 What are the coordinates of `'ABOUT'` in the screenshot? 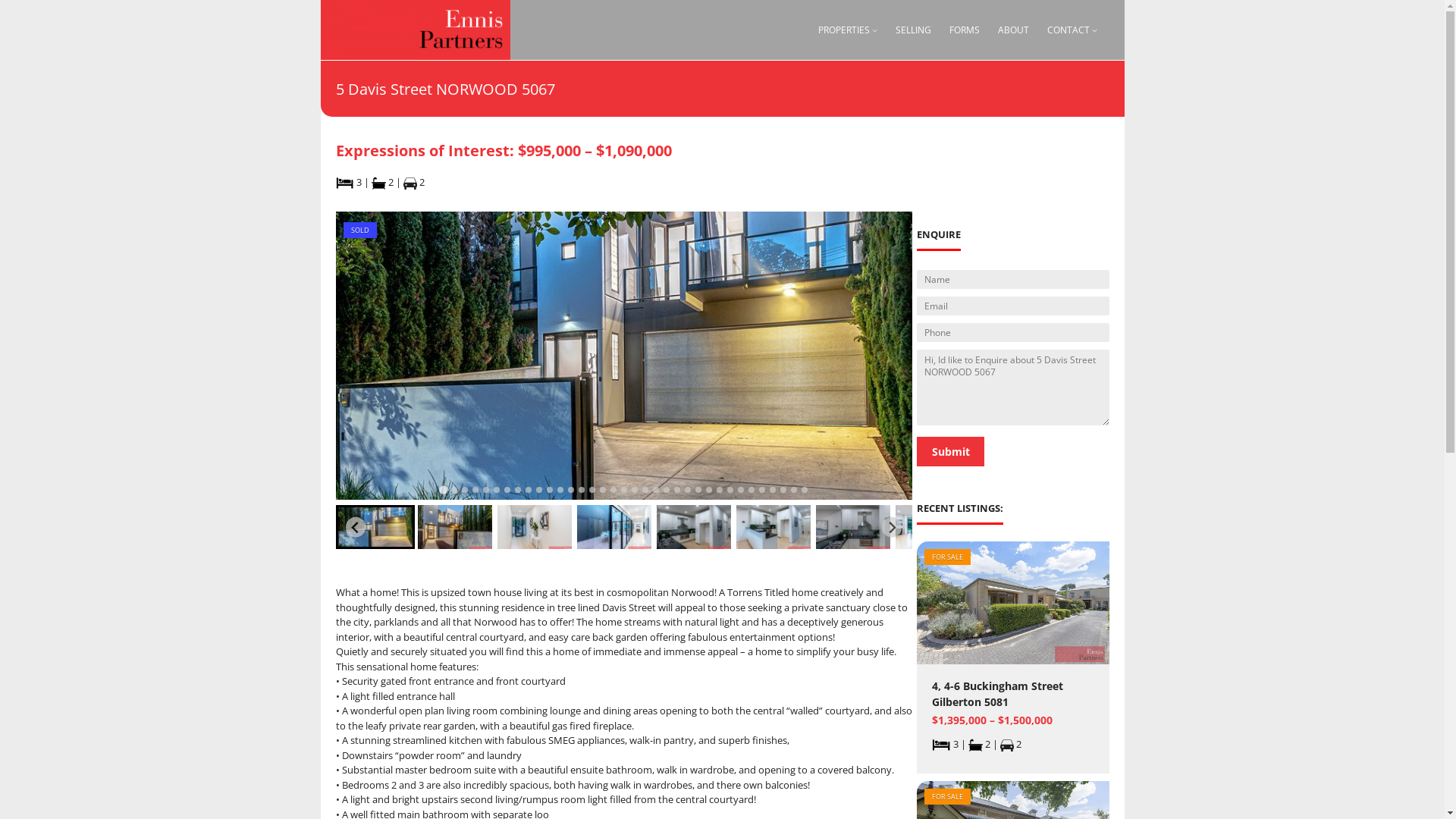 It's located at (1013, 30).